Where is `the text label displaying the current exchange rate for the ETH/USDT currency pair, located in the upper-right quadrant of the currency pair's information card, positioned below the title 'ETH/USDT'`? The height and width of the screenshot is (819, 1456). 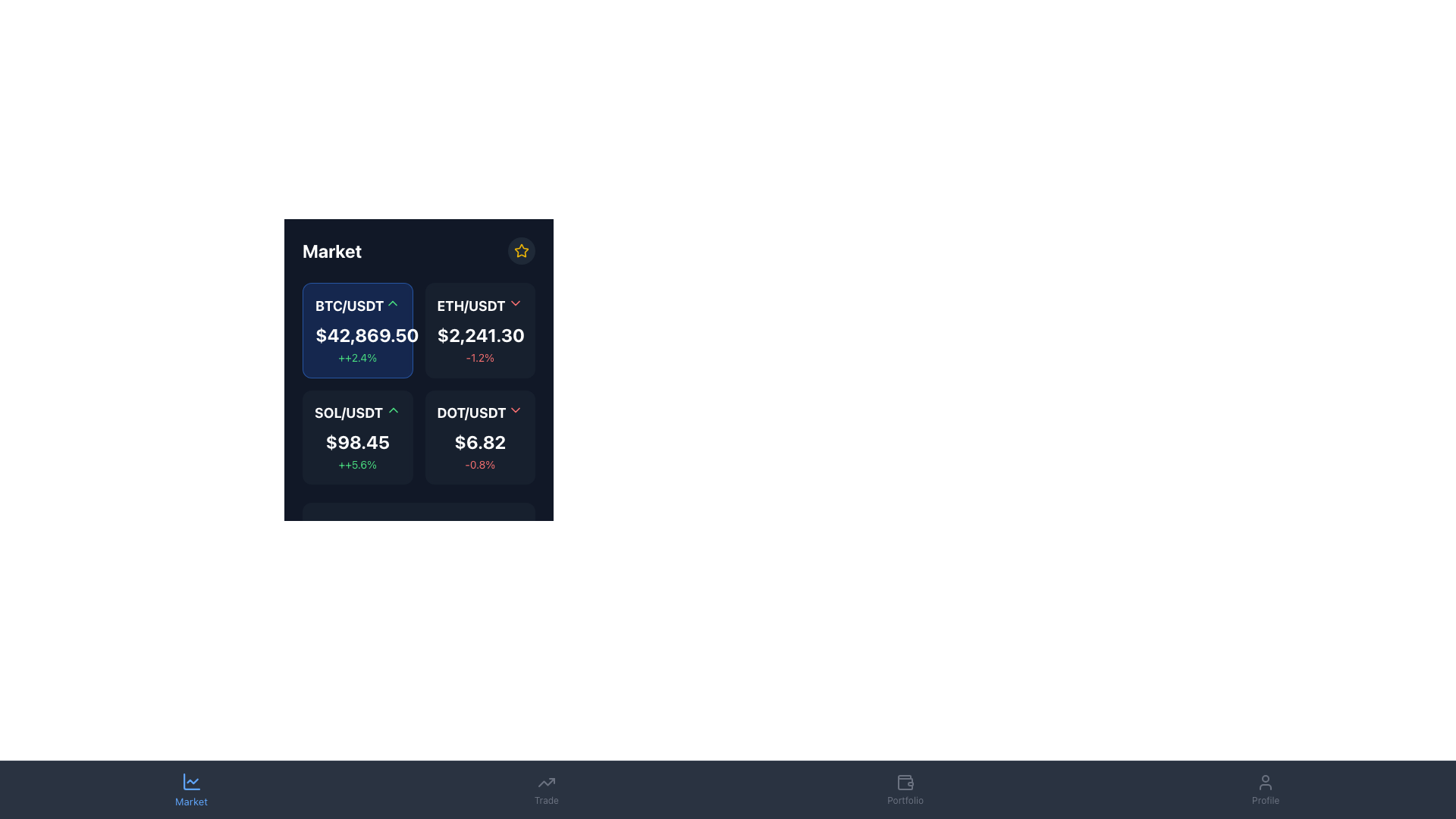
the text label displaying the current exchange rate for the ETH/USDT currency pair, located in the upper-right quadrant of the currency pair's information card, positioned below the title 'ETH/USDT' is located at coordinates (479, 334).